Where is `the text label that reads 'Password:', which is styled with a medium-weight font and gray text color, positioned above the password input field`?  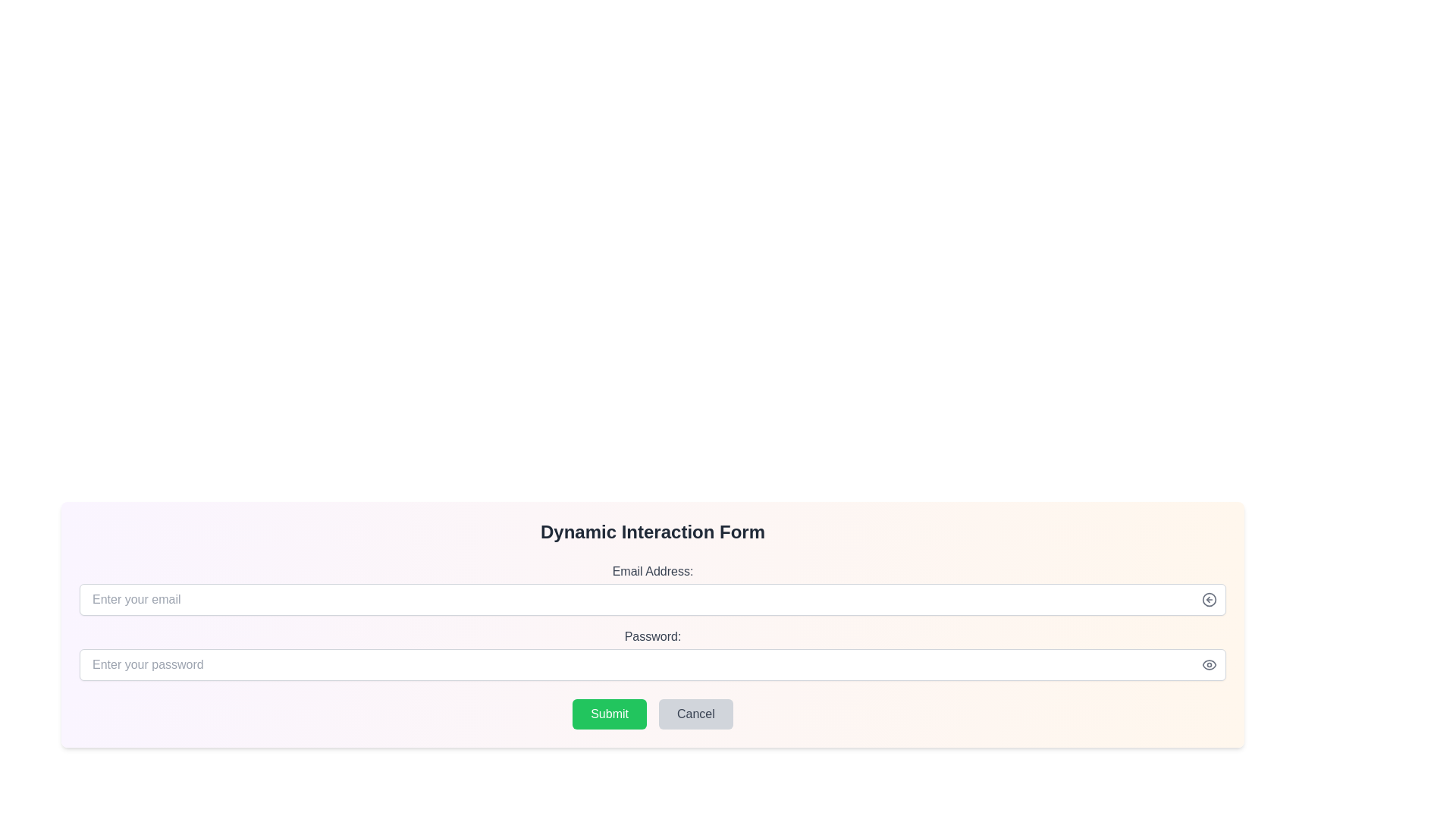
the text label that reads 'Password:', which is styled with a medium-weight font and gray text color, positioned above the password input field is located at coordinates (652, 637).